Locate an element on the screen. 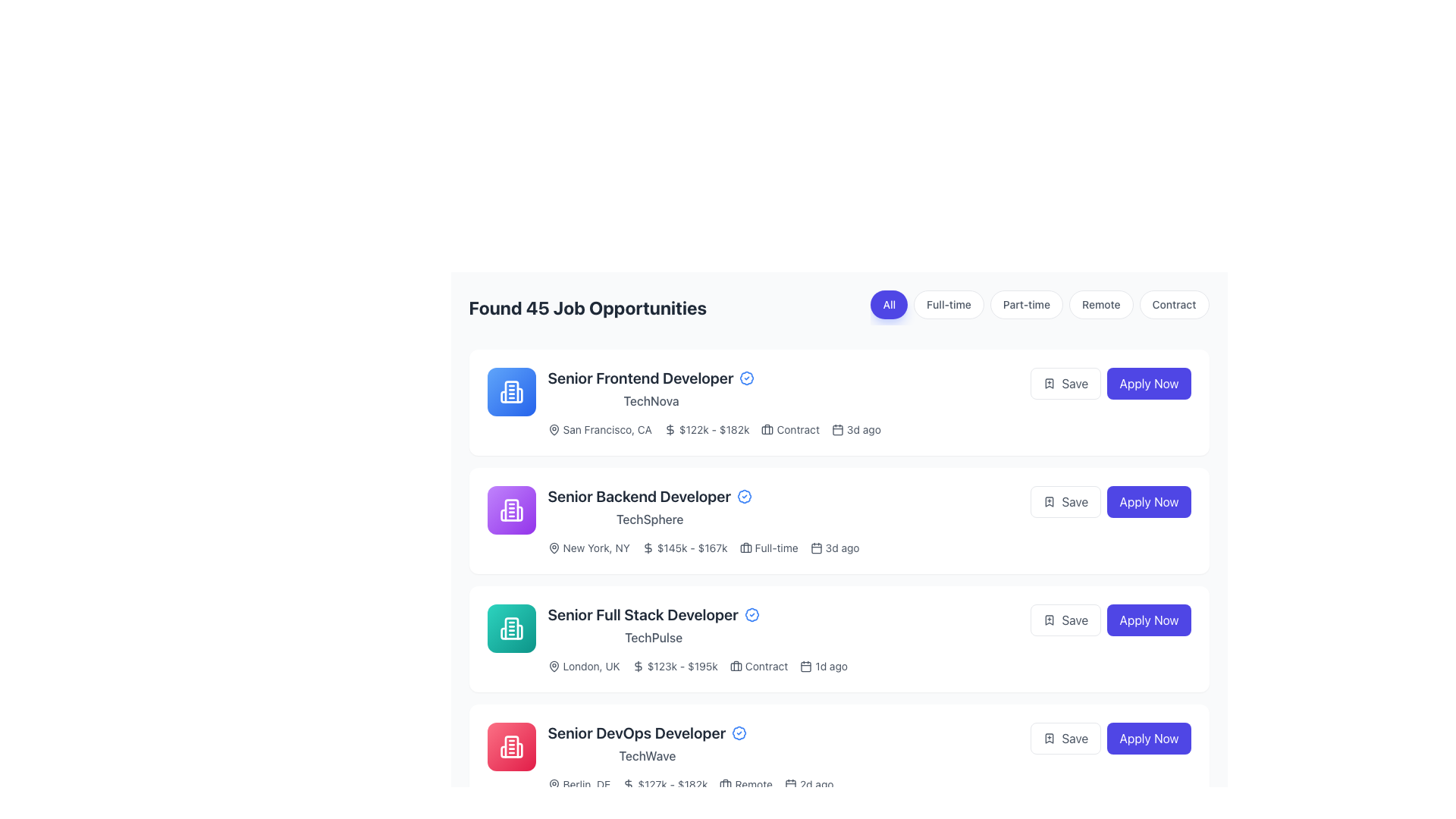  the 'Senior Frontend Developer' text label, which is styled with bold typography and is part of a job listing entry, to possibly open a detailed job description is located at coordinates (651, 377).